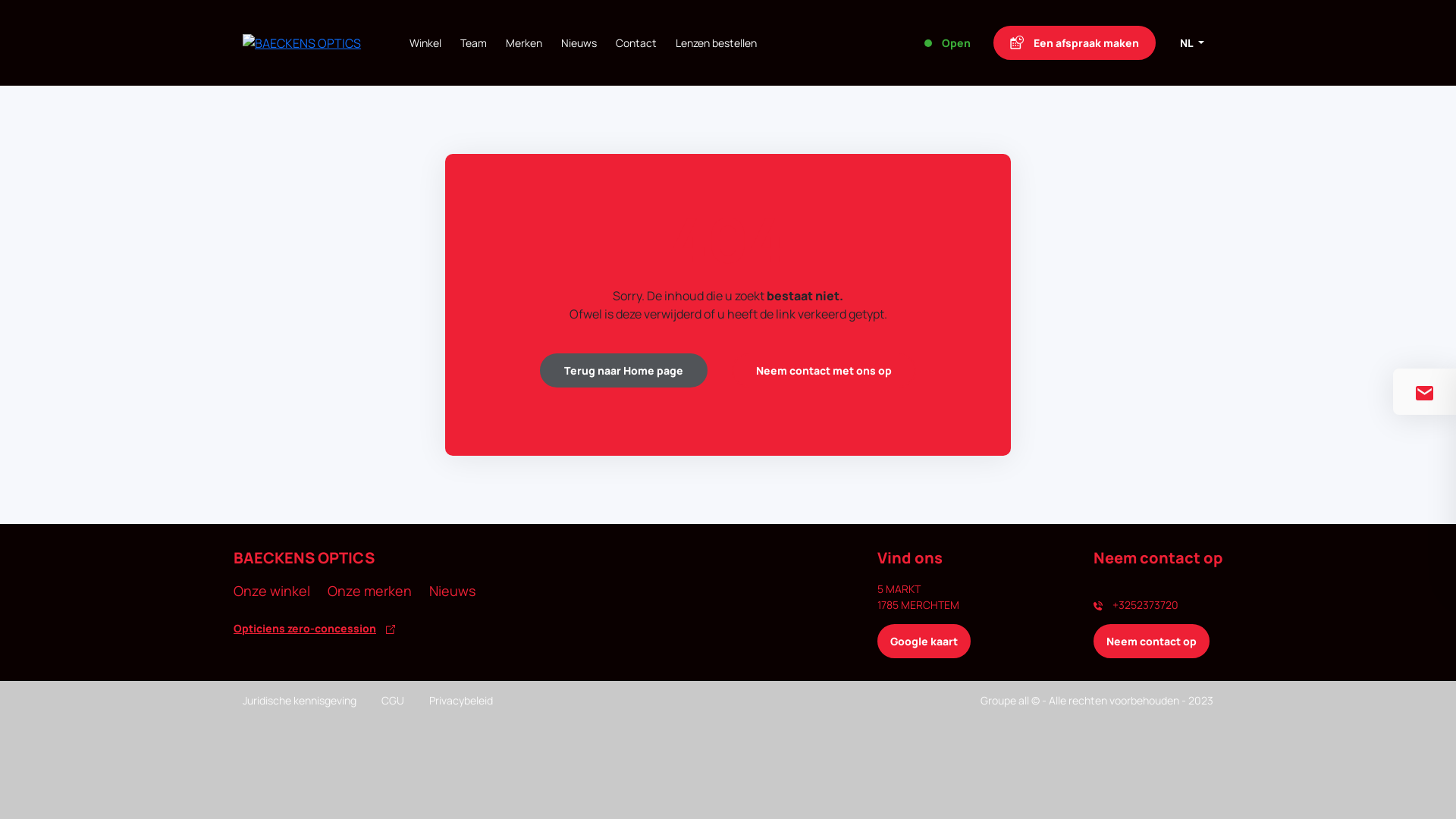  I want to click on 'Privacybeleid', so click(428, 700).